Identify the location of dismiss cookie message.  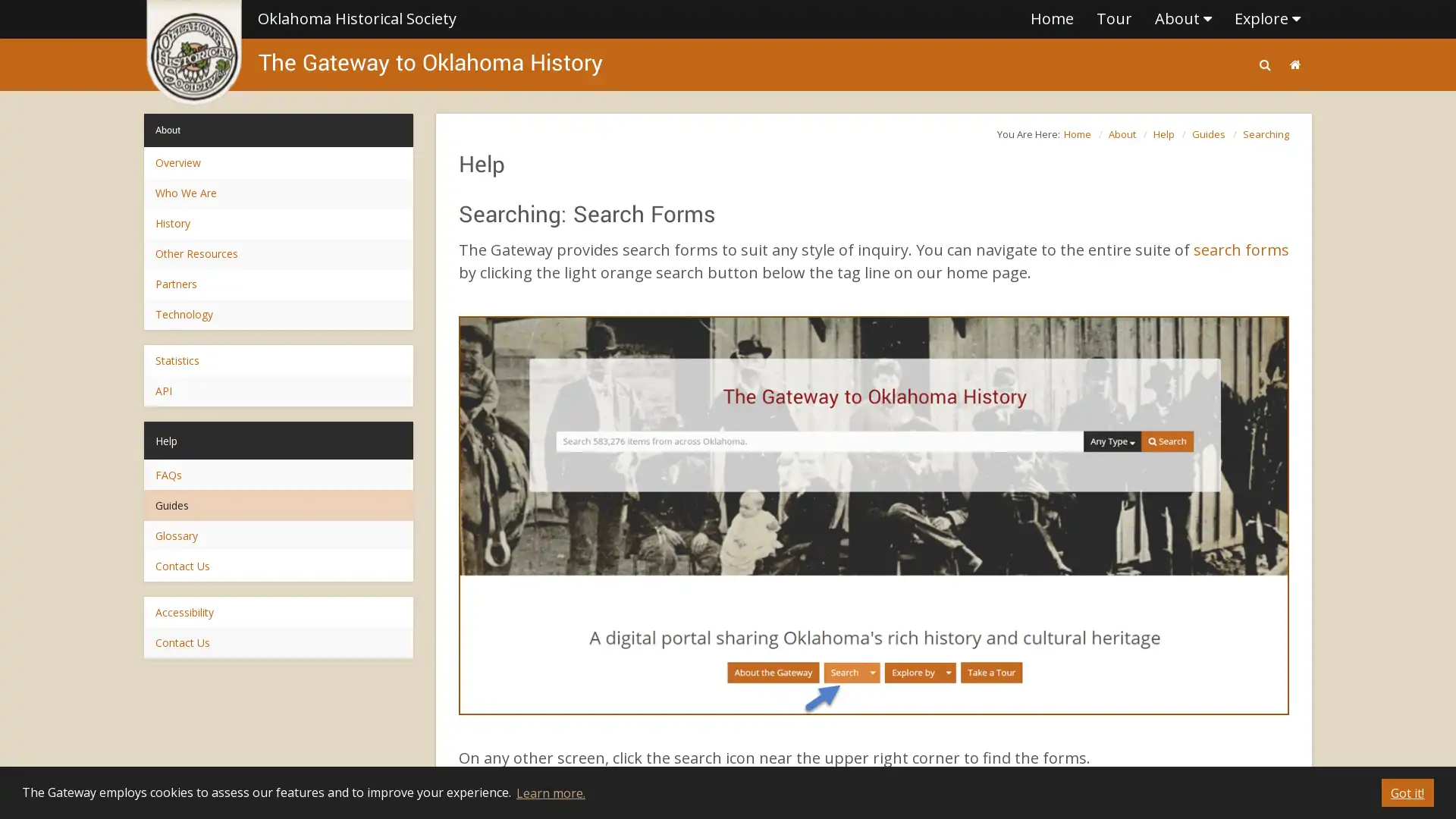
(1407, 792).